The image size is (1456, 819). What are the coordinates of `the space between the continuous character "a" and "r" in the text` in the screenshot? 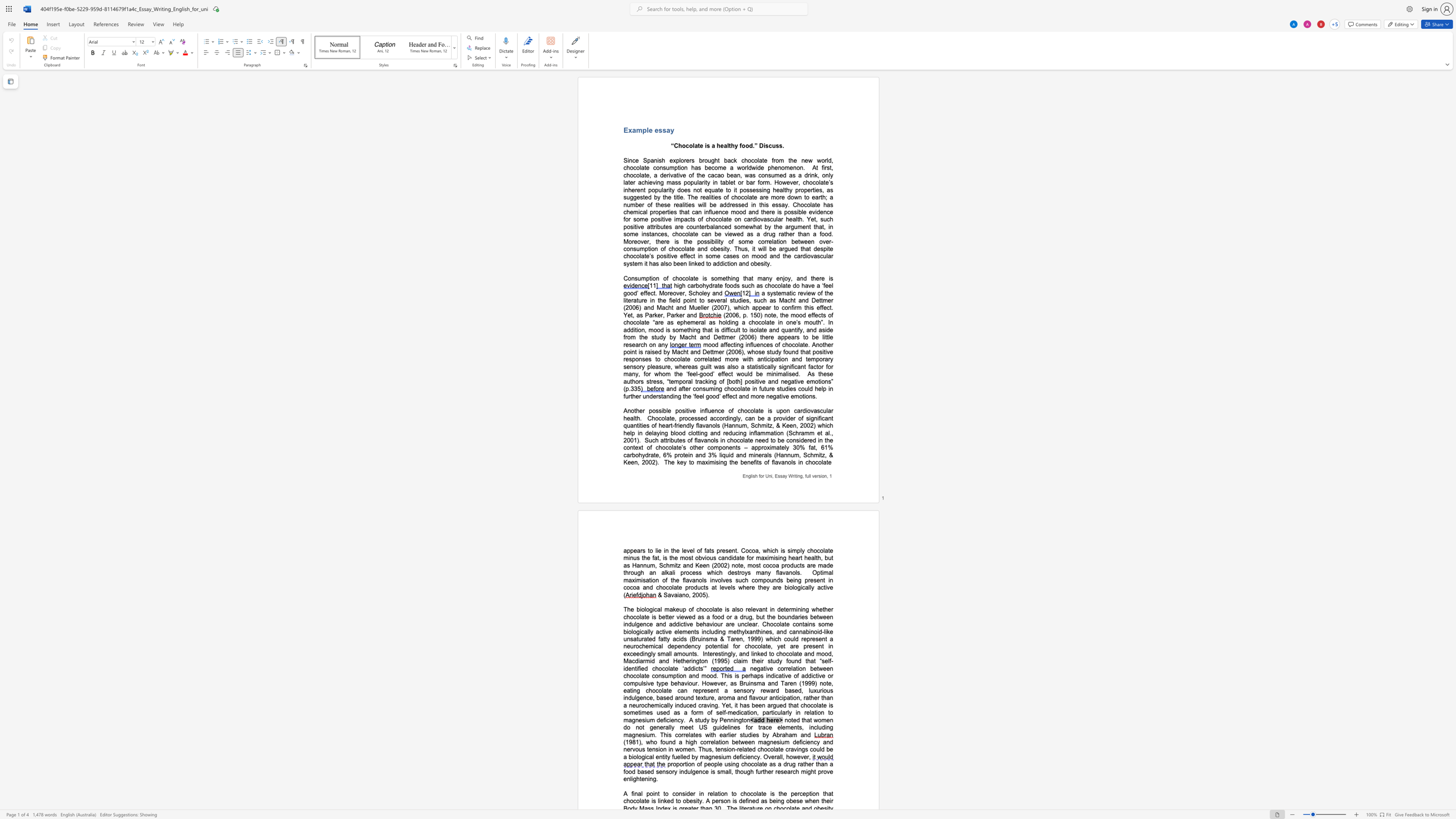 It's located at (775, 587).